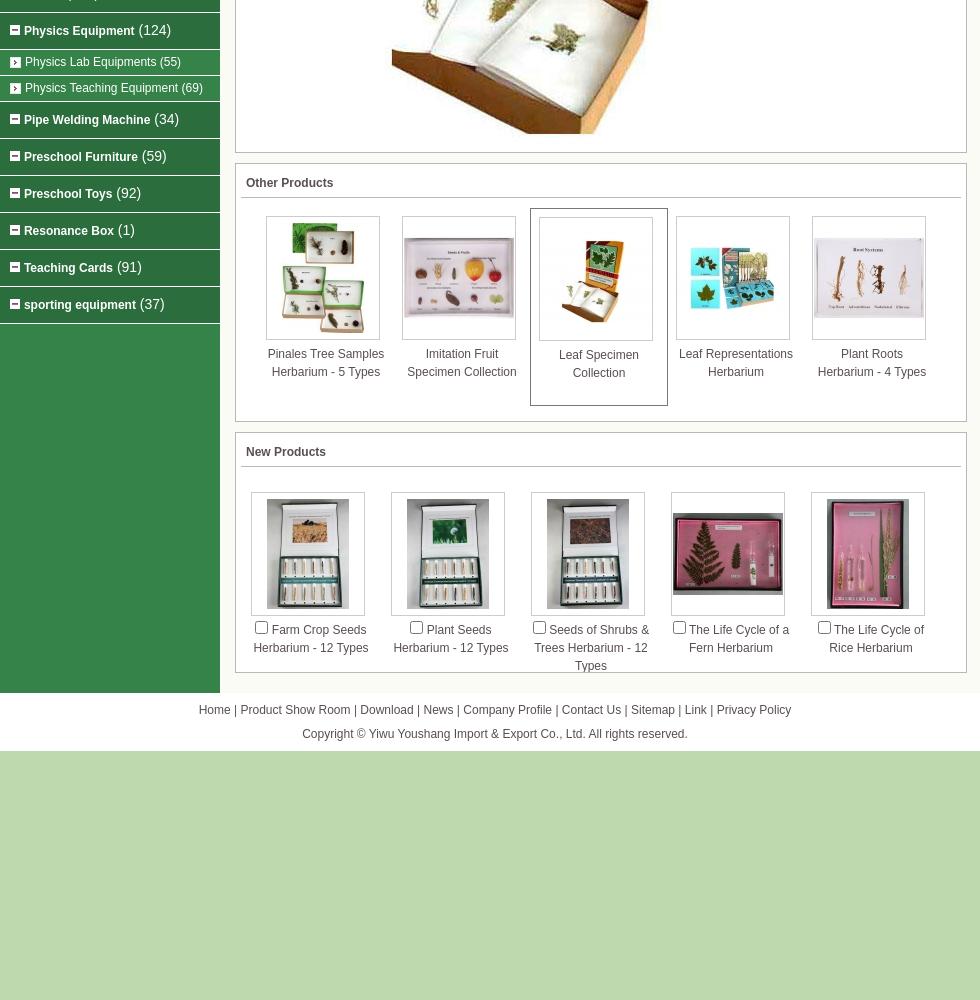  I want to click on 'Physics Lab Equipments', so click(90, 62).